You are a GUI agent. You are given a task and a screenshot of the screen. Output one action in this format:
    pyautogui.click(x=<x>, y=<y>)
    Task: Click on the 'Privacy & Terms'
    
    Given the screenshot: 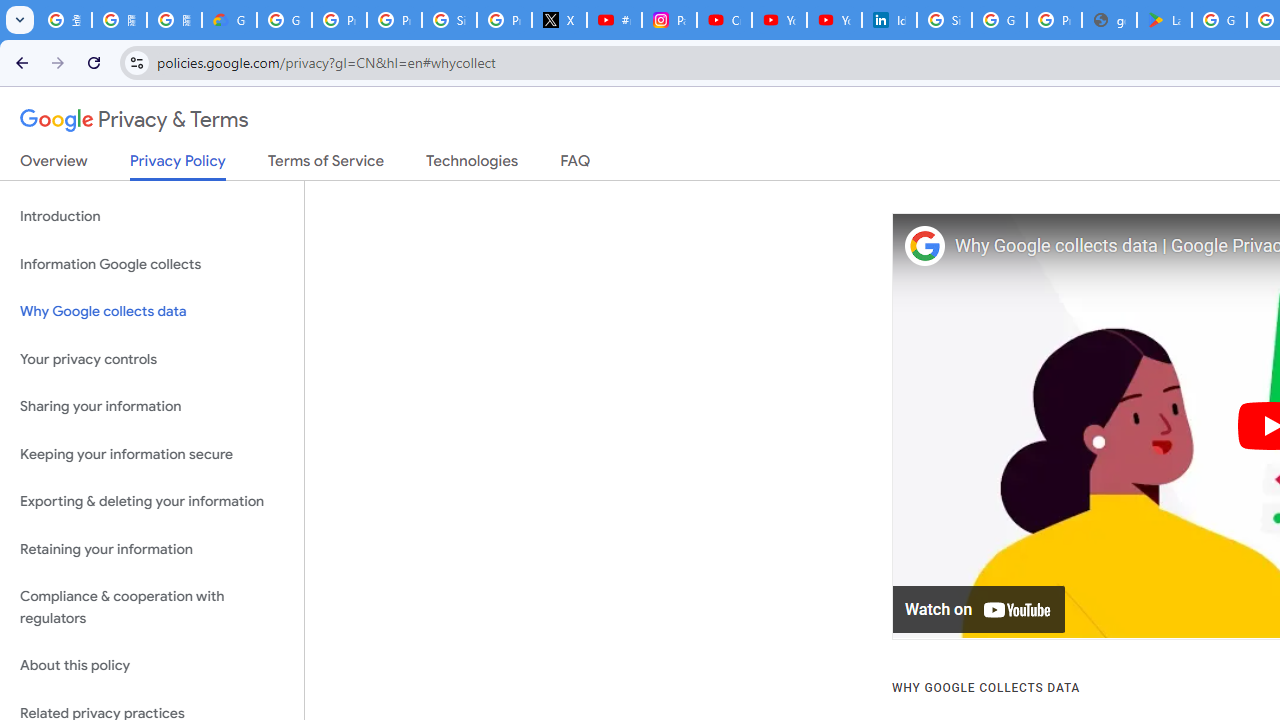 What is the action you would take?
    pyautogui.click(x=134, y=120)
    